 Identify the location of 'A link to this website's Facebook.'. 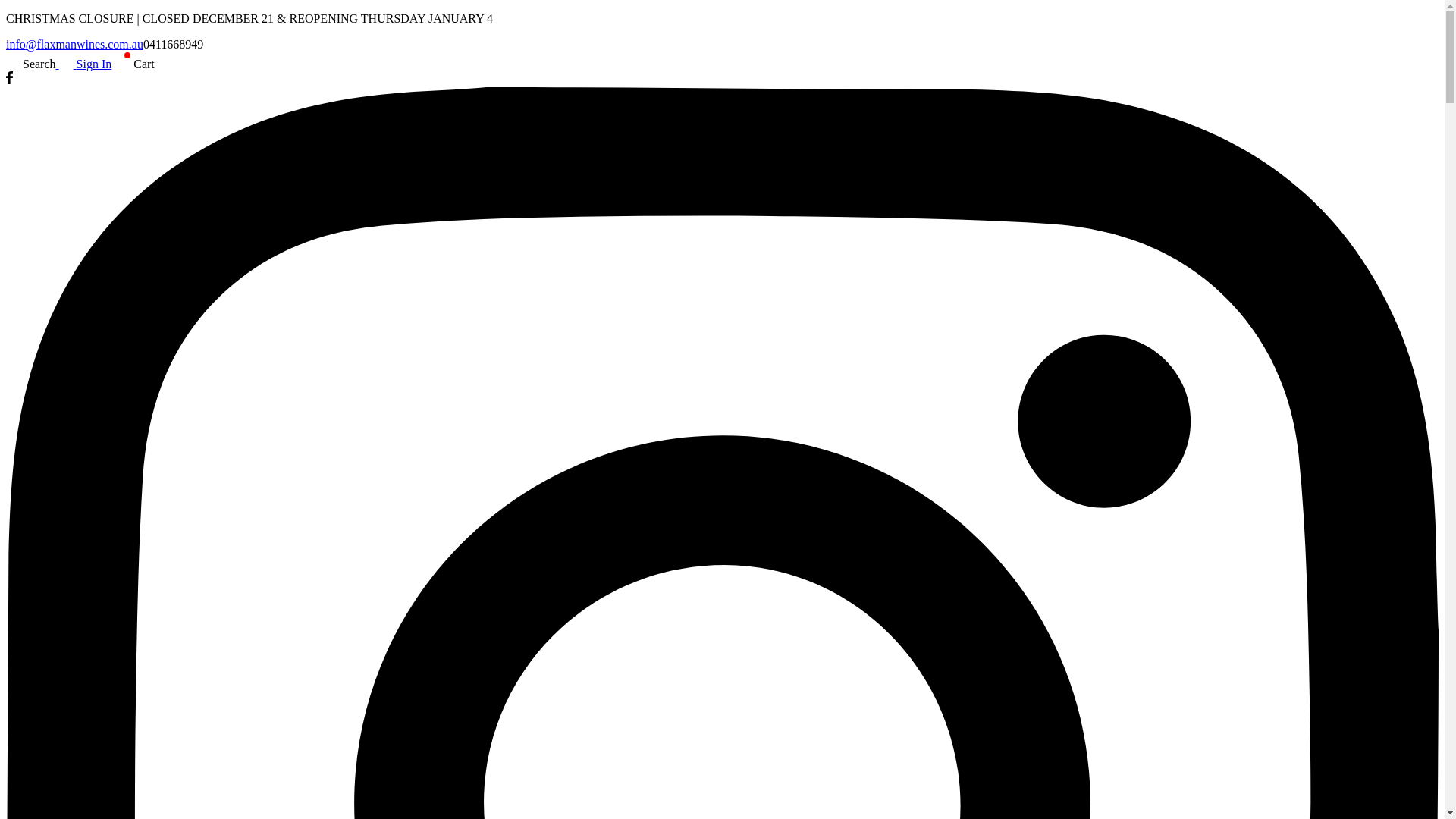
(9, 80).